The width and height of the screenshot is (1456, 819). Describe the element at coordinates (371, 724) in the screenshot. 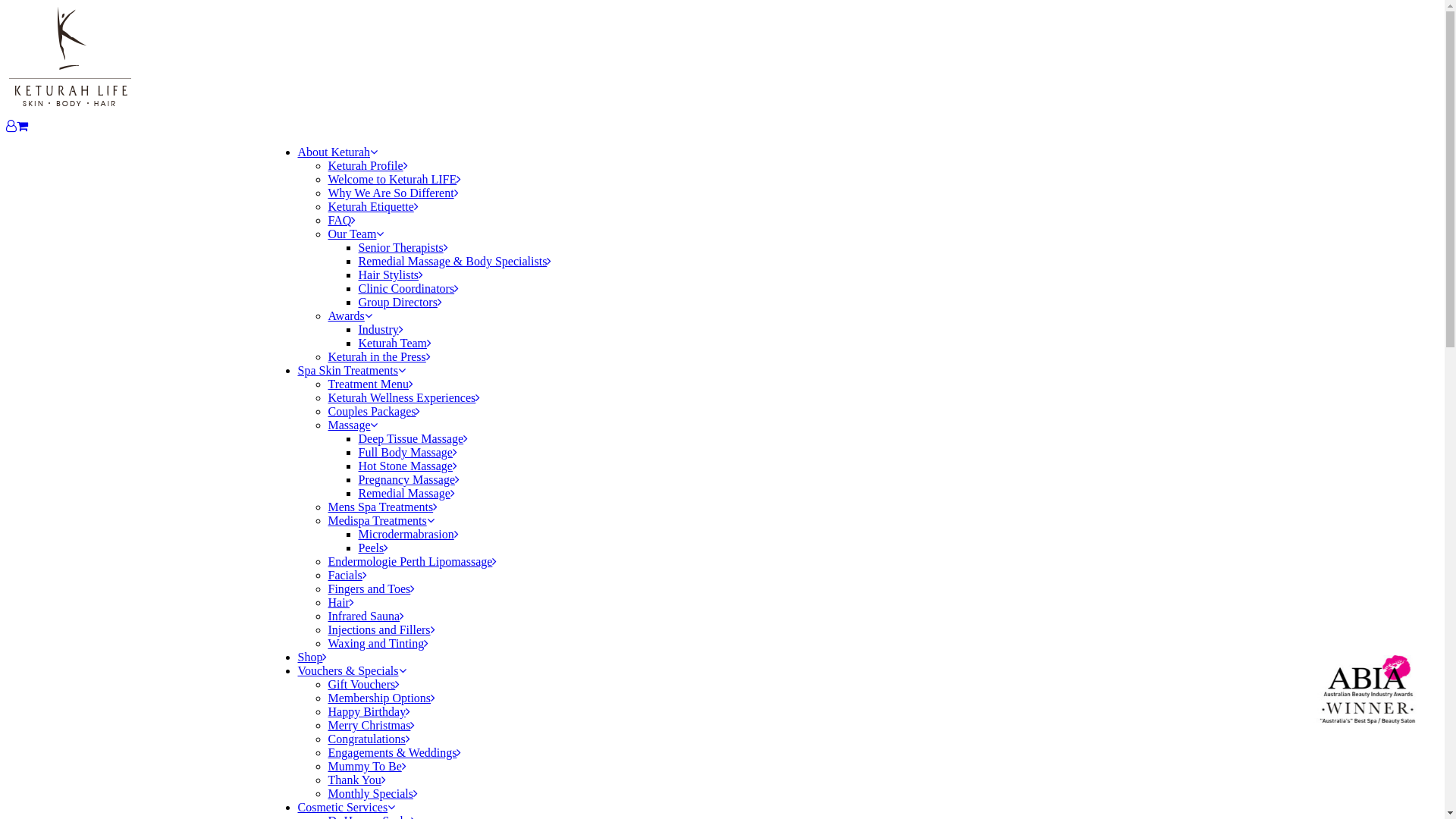

I see `'Merry Christmas'` at that location.